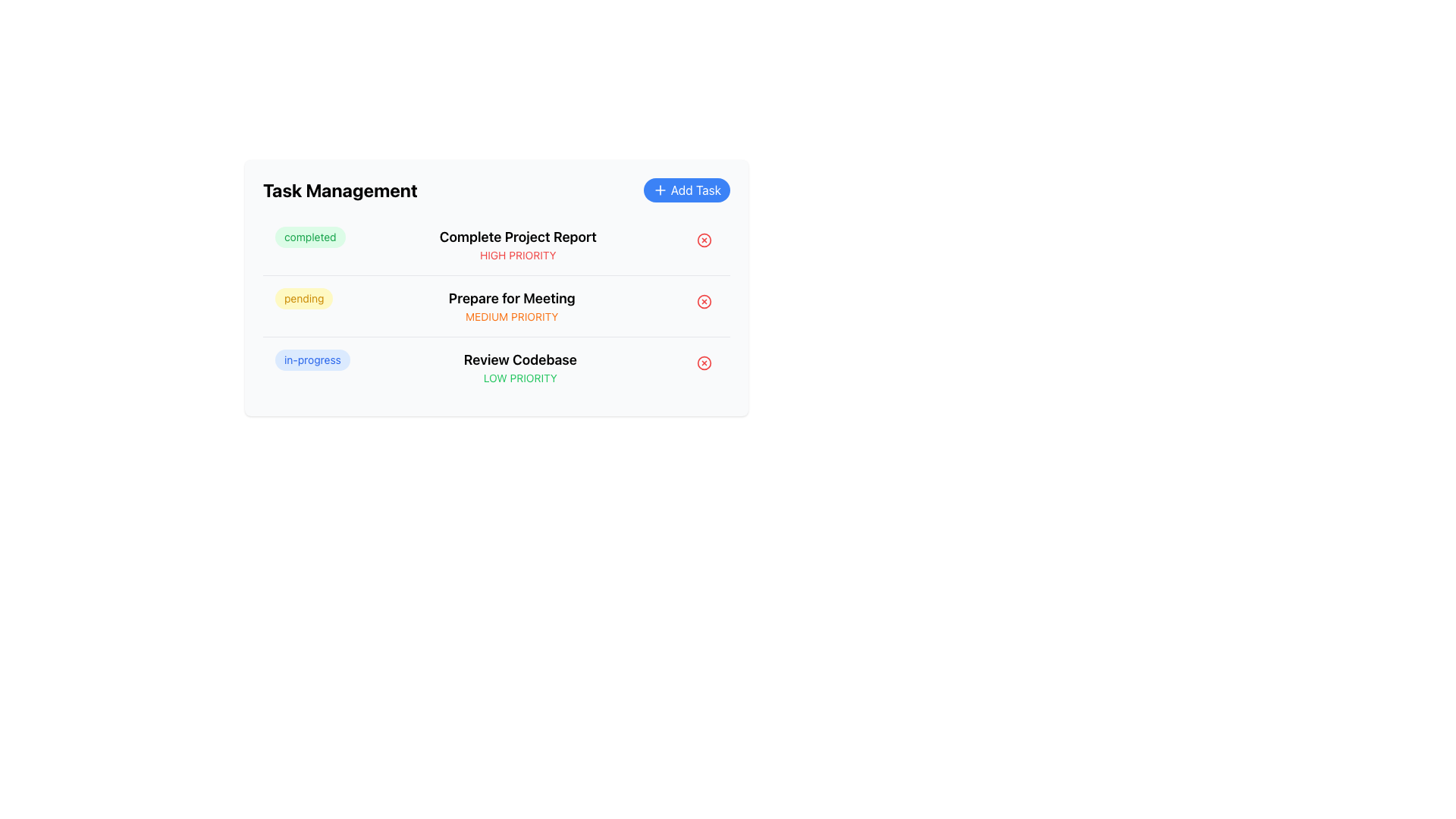 Image resolution: width=1456 pixels, height=819 pixels. Describe the element at coordinates (704, 239) in the screenshot. I see `the delete icon button positioned to the right of the 'Complete Project Report' task in the 'Task Management' section` at that location.